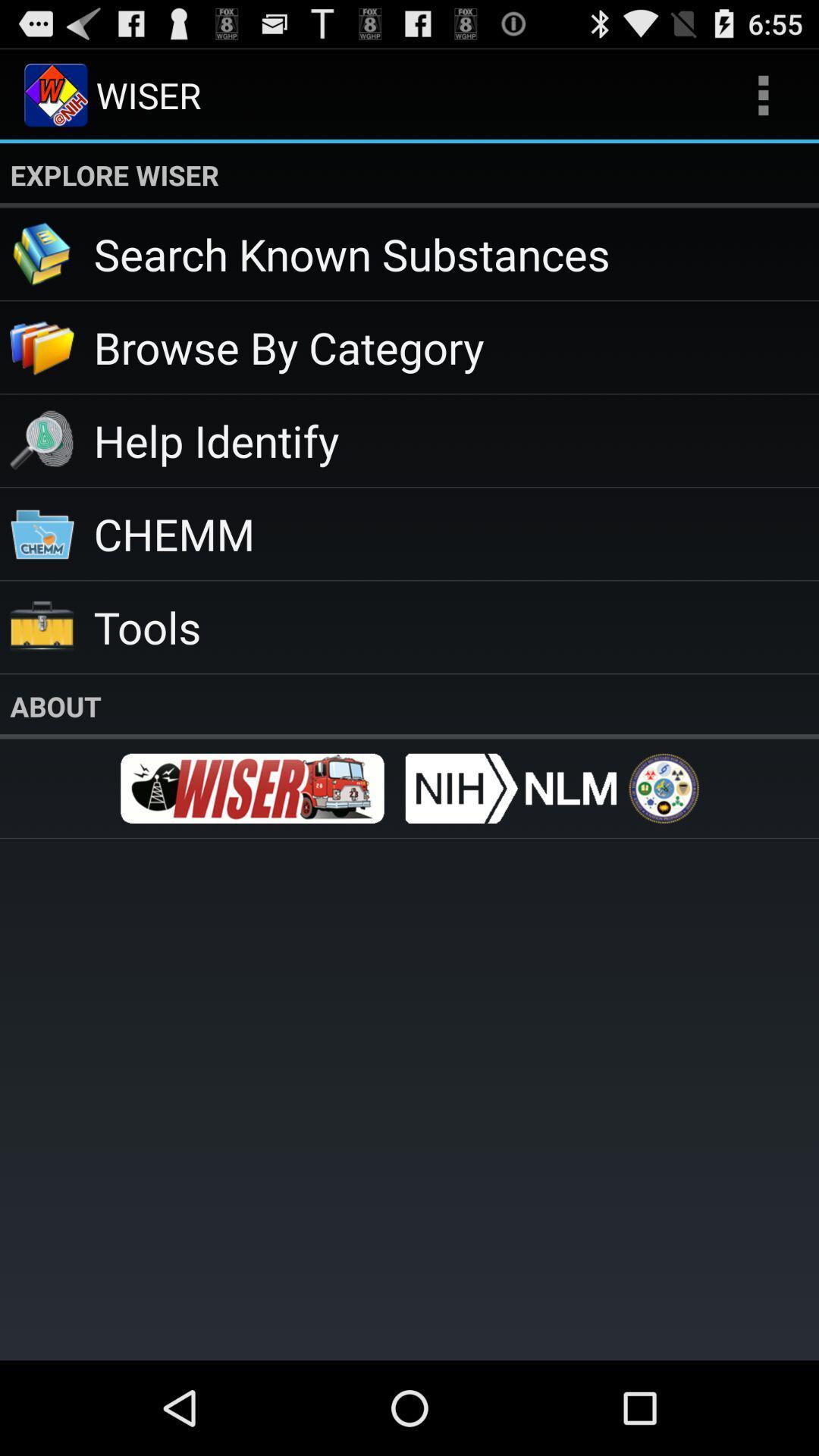 This screenshot has width=819, height=1456. What do you see at coordinates (663, 788) in the screenshot?
I see `item below about item` at bounding box center [663, 788].